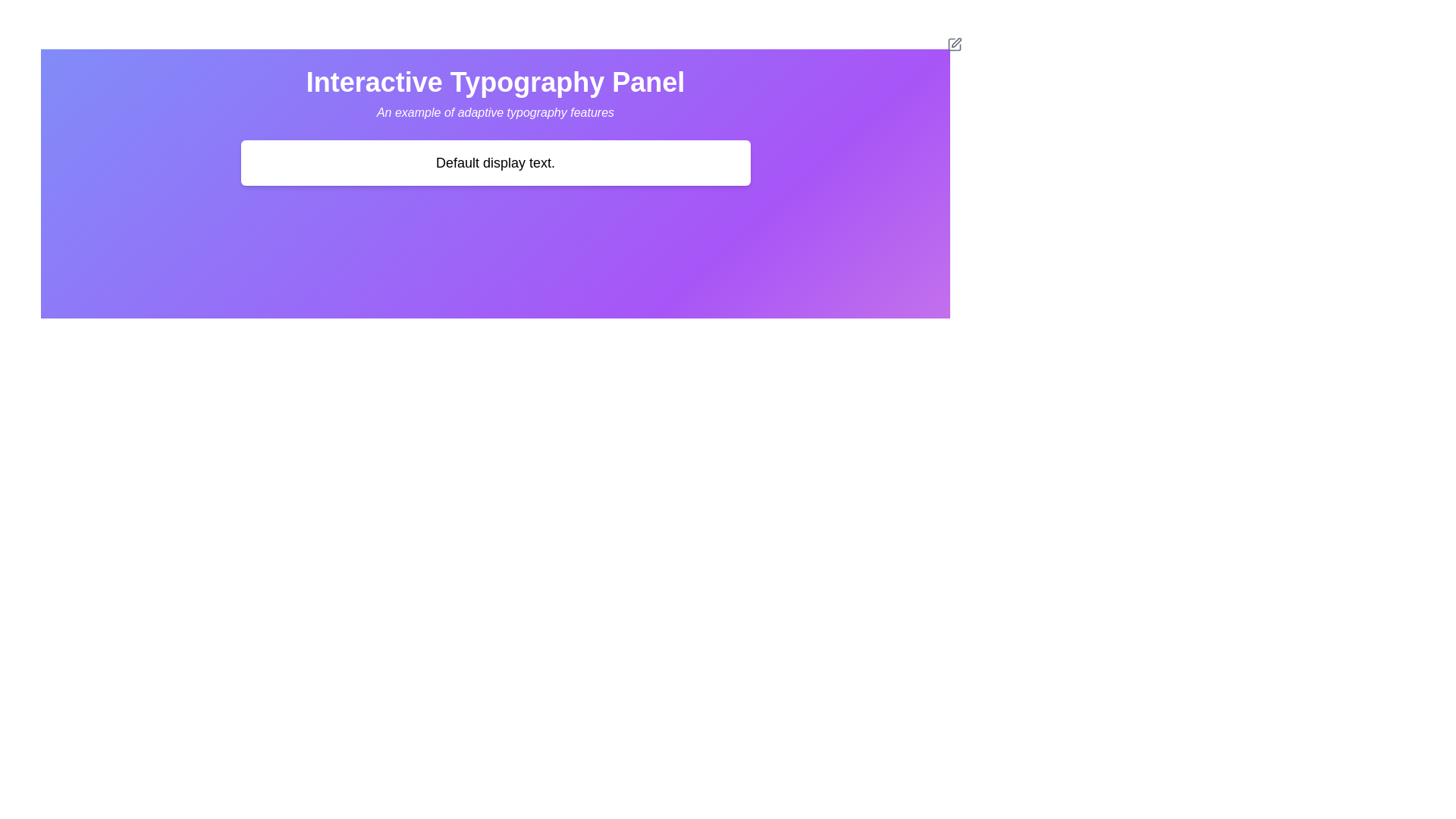 This screenshot has width=1456, height=819. I want to click on the Static text display area which contains the text 'Default display text.' located centrally below the header 'Interactive Typography Panel', so click(495, 163).